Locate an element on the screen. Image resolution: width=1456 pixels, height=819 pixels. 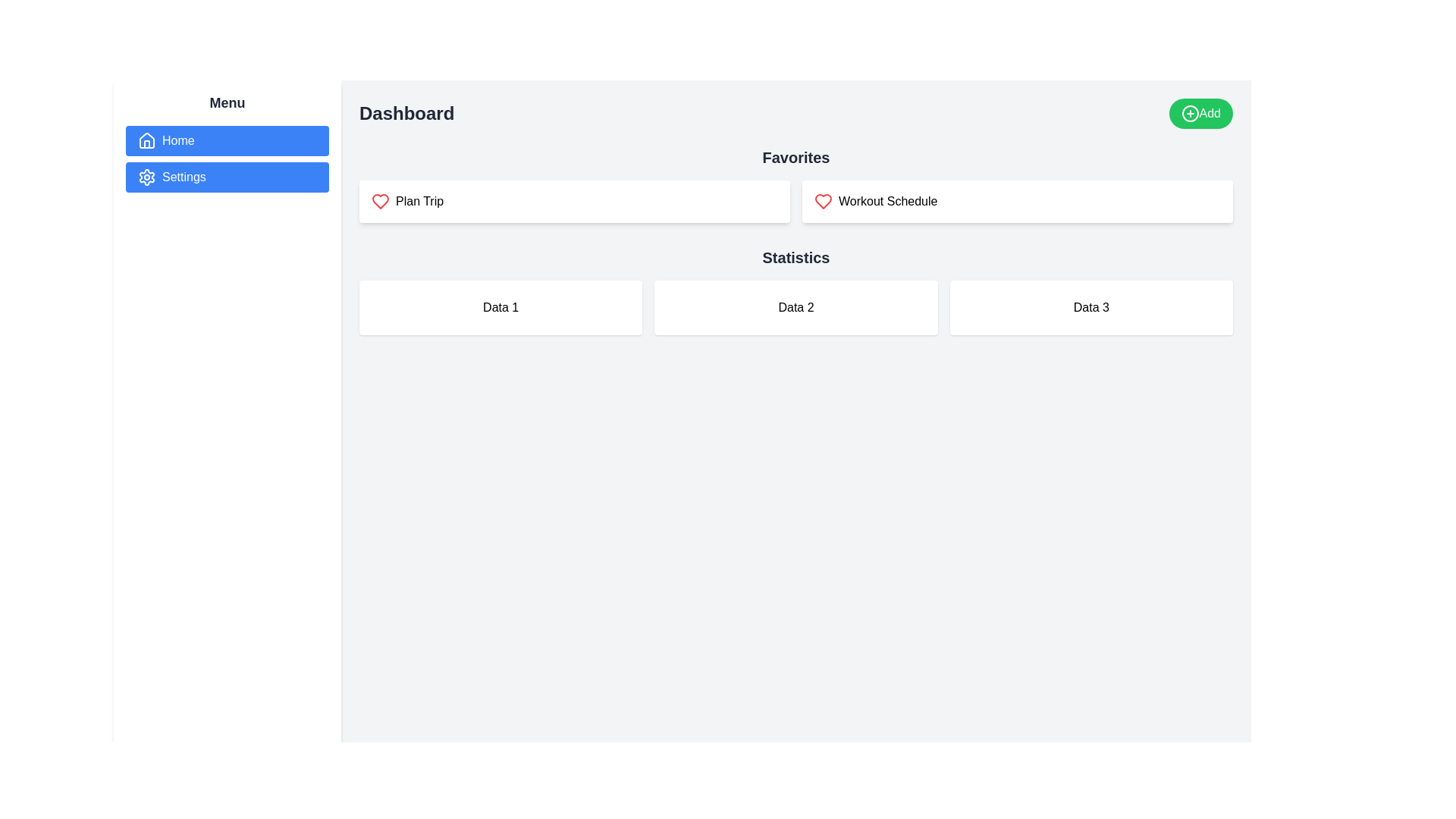
the heart-shaped icon outlined in red, located at the leftmost part of the 'Plan Trip' card in the 'Favorites' section is located at coordinates (381, 201).